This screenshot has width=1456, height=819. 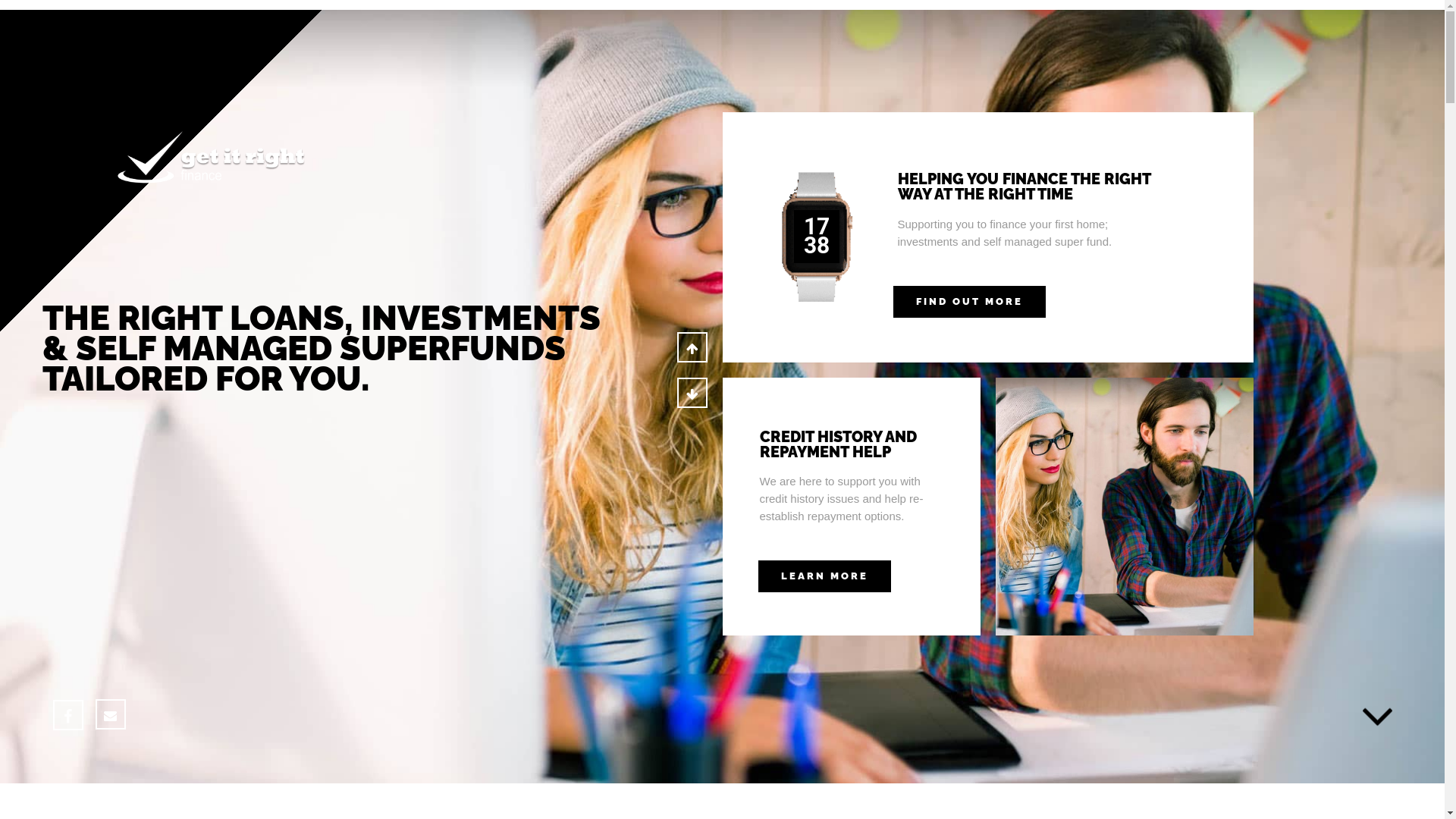 What do you see at coordinates (893, 301) in the screenshot?
I see `'FIND OUT MORE'` at bounding box center [893, 301].